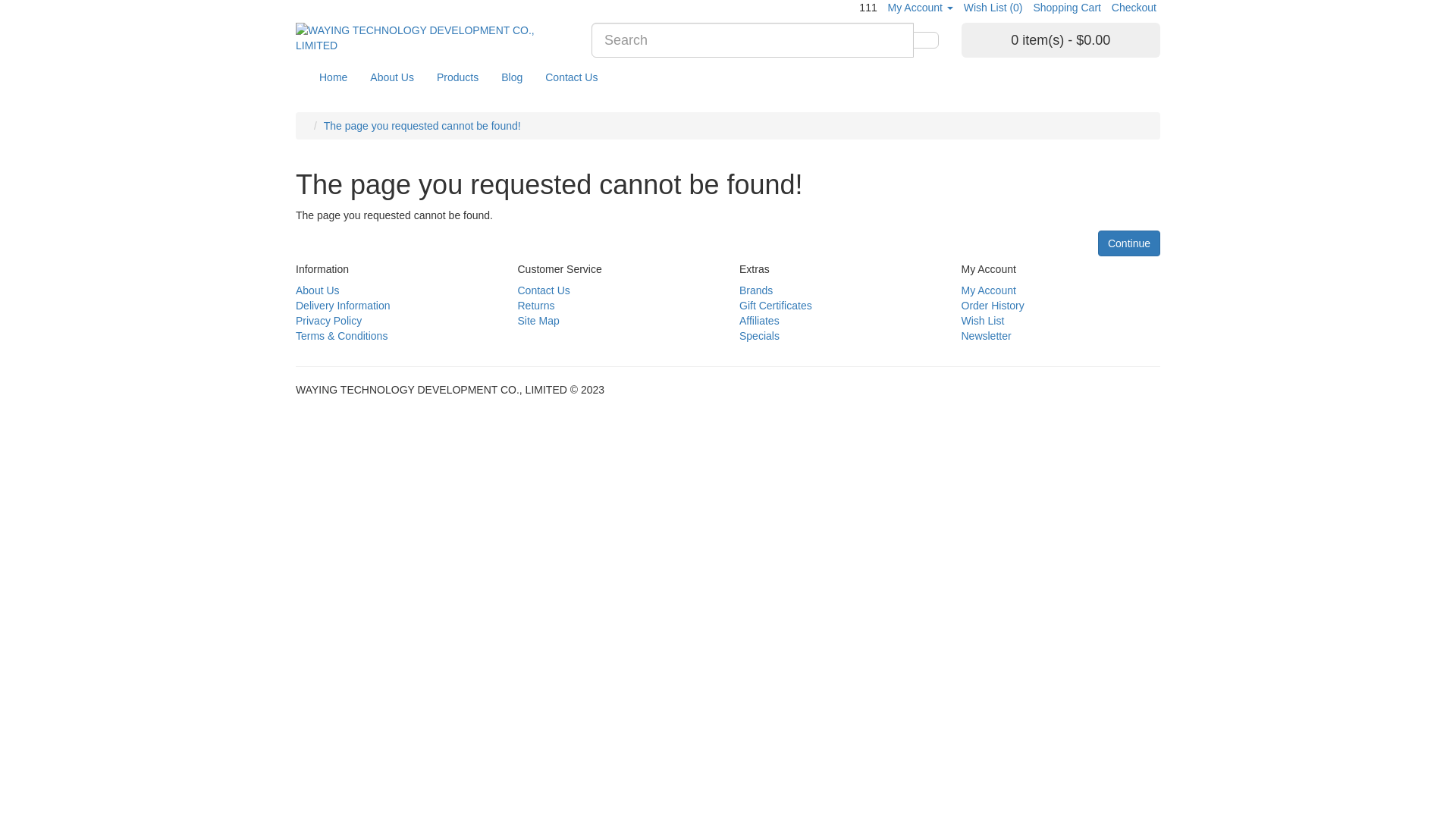 This screenshot has width=1456, height=819. Describe the element at coordinates (332, 77) in the screenshot. I see `'Home'` at that location.